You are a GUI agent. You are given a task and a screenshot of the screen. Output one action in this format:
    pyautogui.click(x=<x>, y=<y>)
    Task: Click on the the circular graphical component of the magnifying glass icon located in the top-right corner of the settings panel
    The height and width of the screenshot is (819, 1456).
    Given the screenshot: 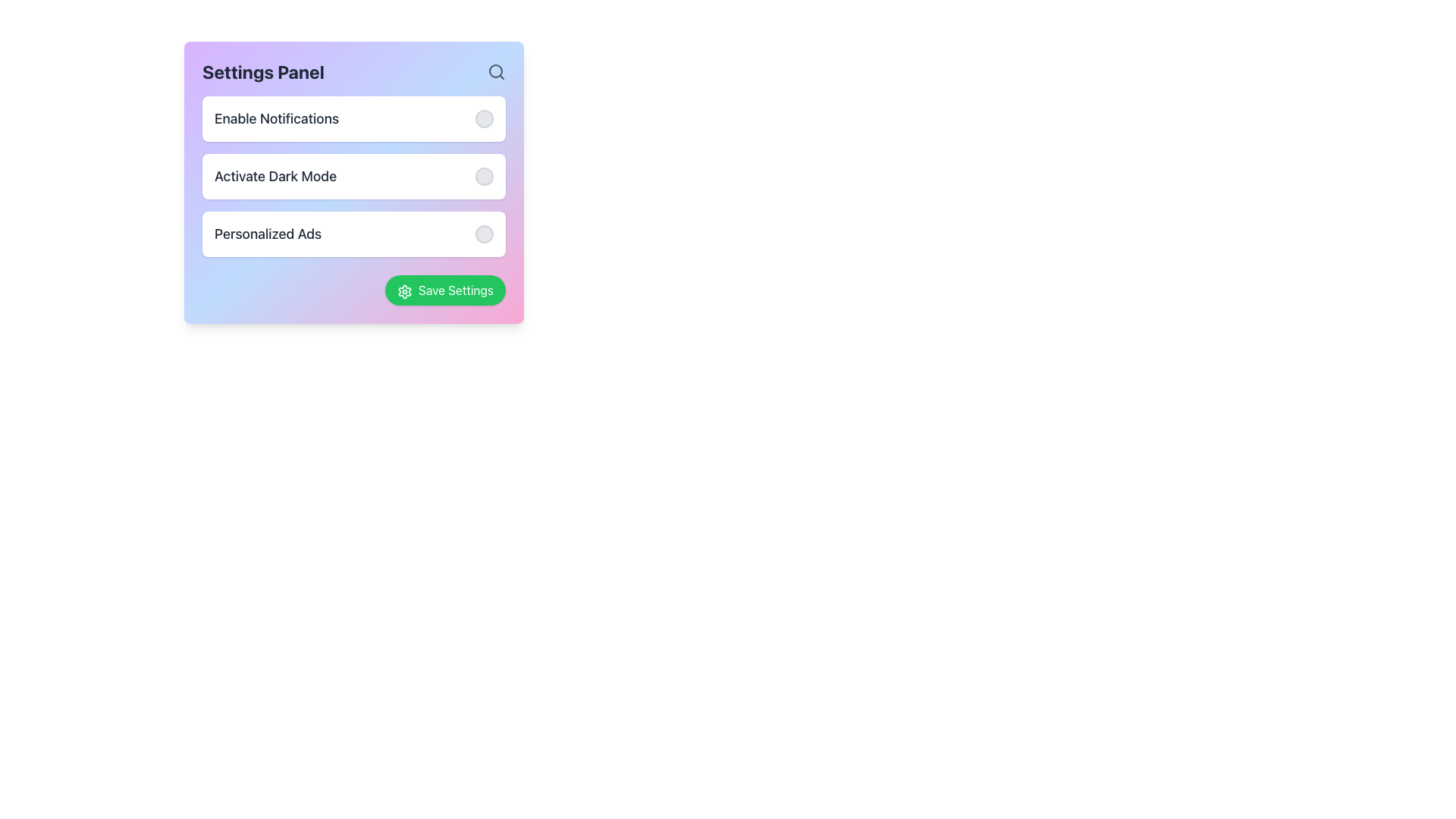 What is the action you would take?
    pyautogui.click(x=495, y=71)
    